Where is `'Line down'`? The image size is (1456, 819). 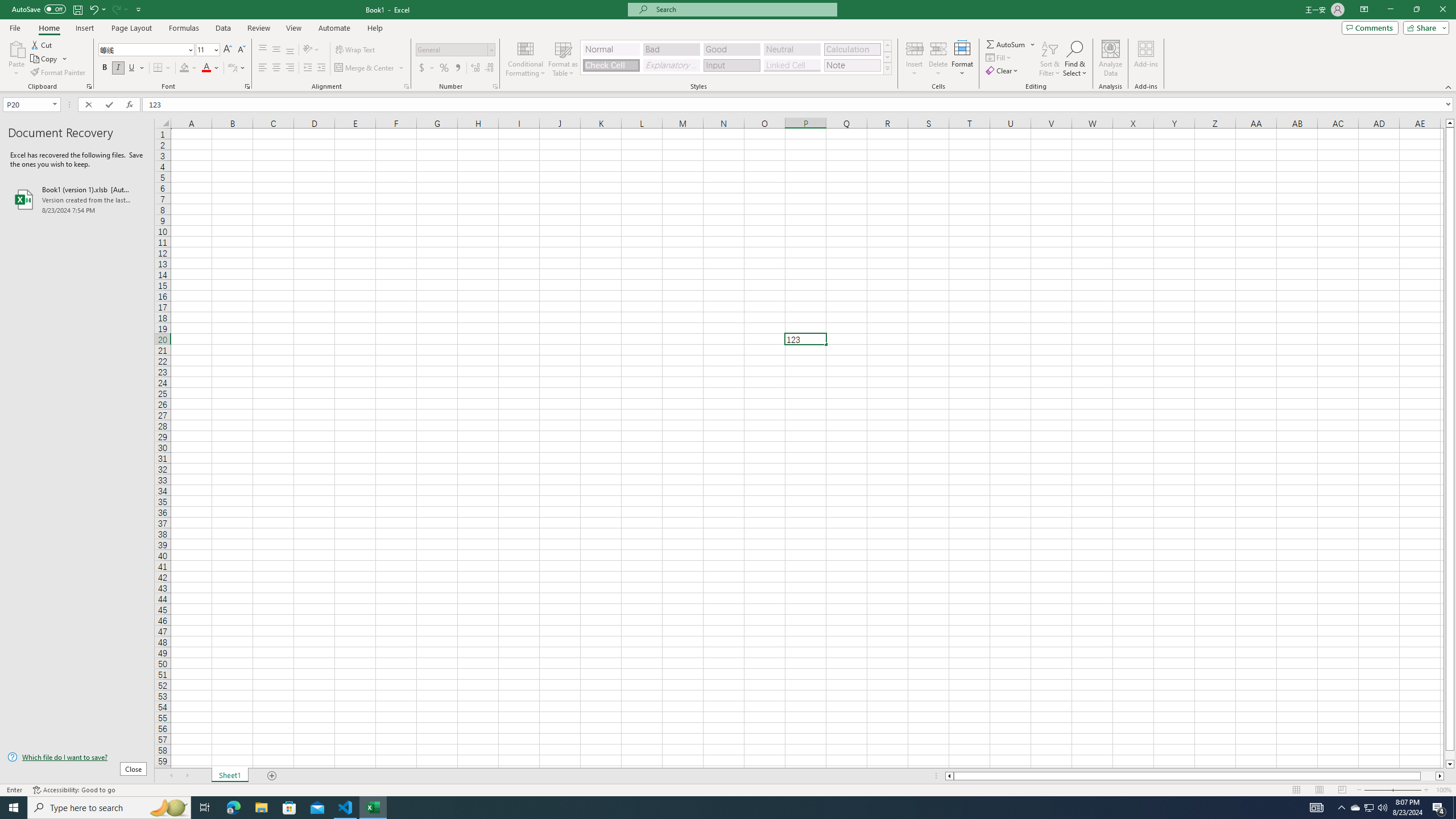
'Line down' is located at coordinates (1449, 764).